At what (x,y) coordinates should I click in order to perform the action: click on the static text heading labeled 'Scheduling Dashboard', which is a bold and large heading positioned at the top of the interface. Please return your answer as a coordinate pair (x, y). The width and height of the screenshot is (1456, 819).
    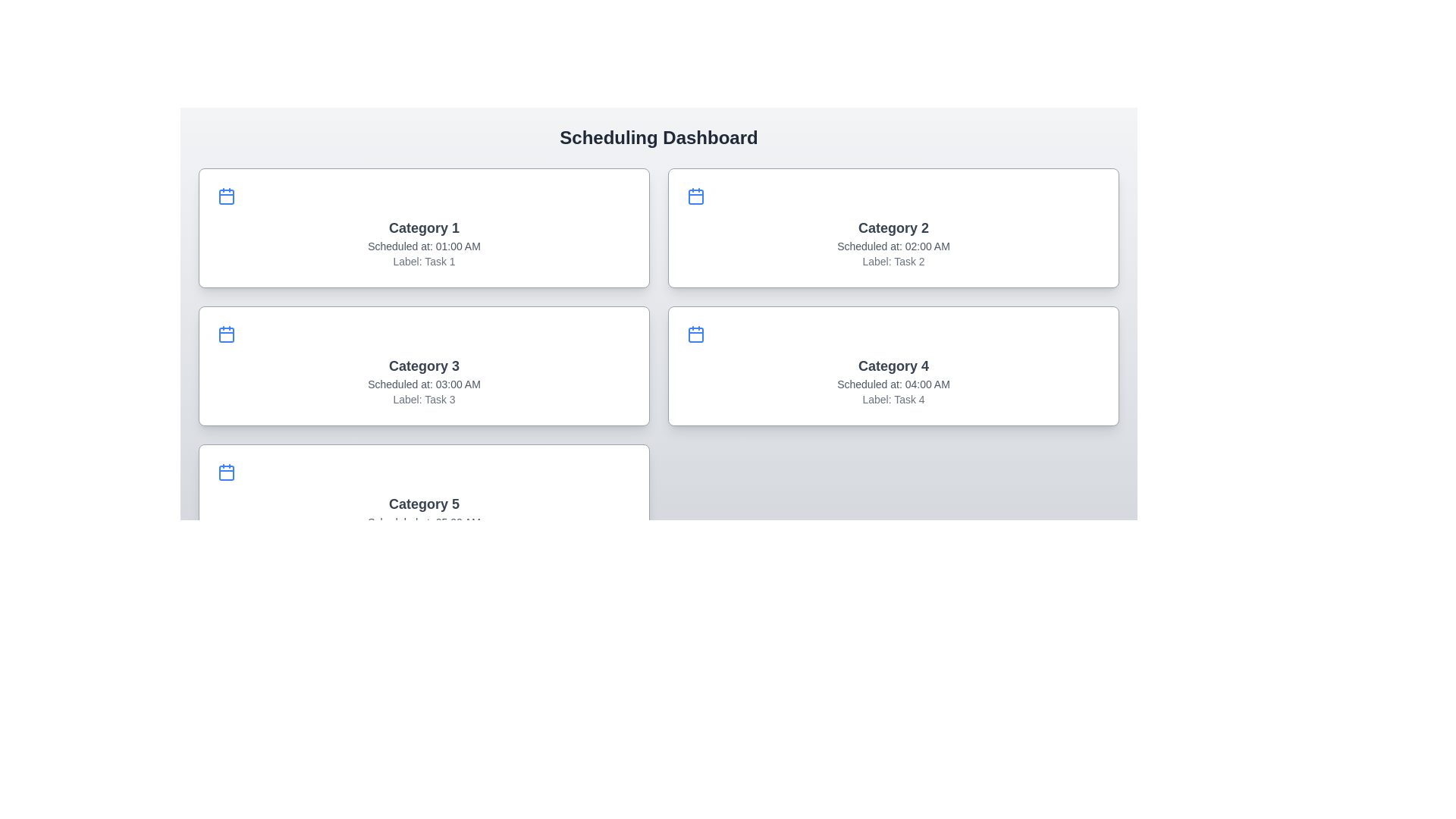
    Looking at the image, I should click on (658, 137).